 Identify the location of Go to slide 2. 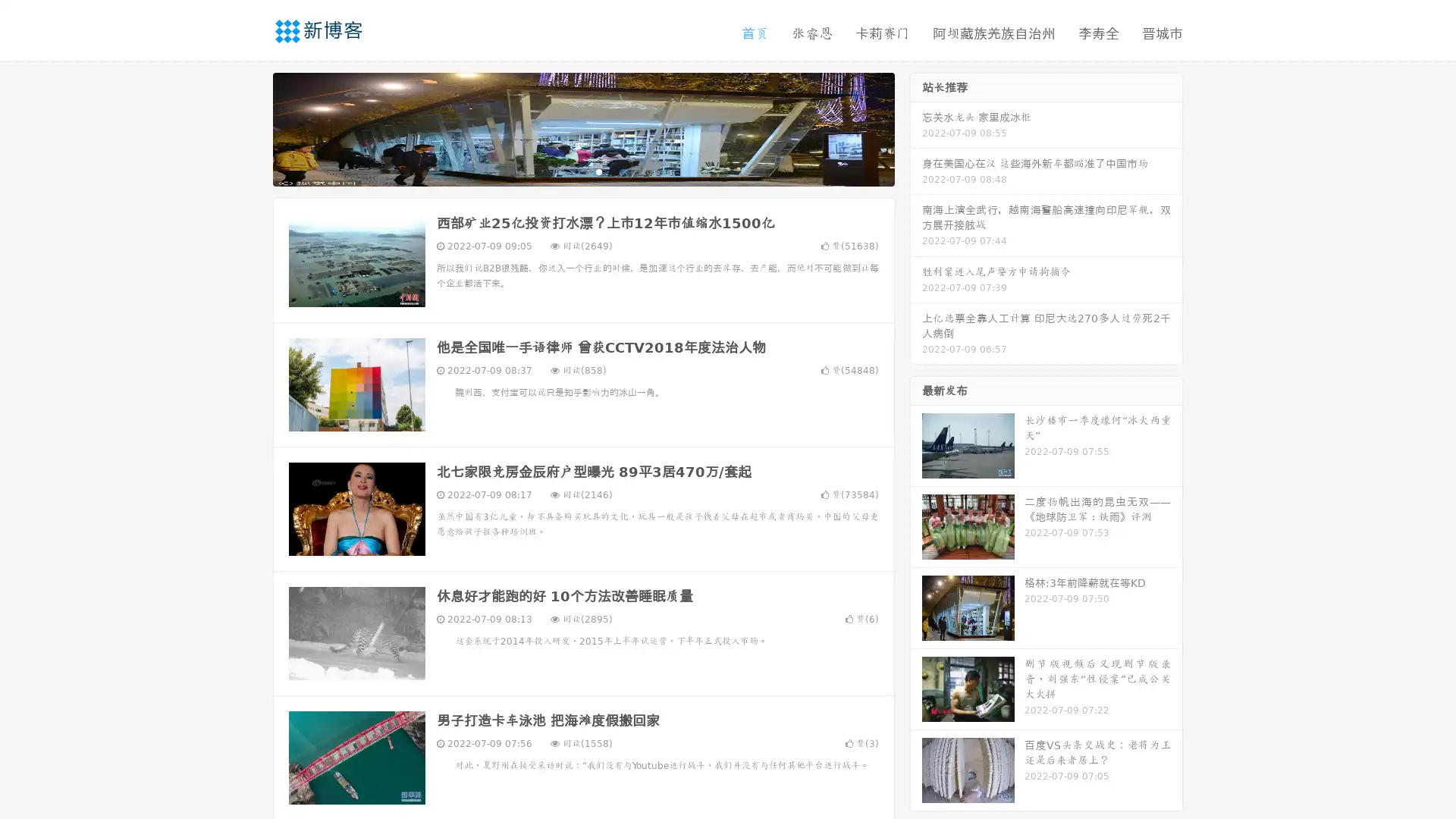
(582, 171).